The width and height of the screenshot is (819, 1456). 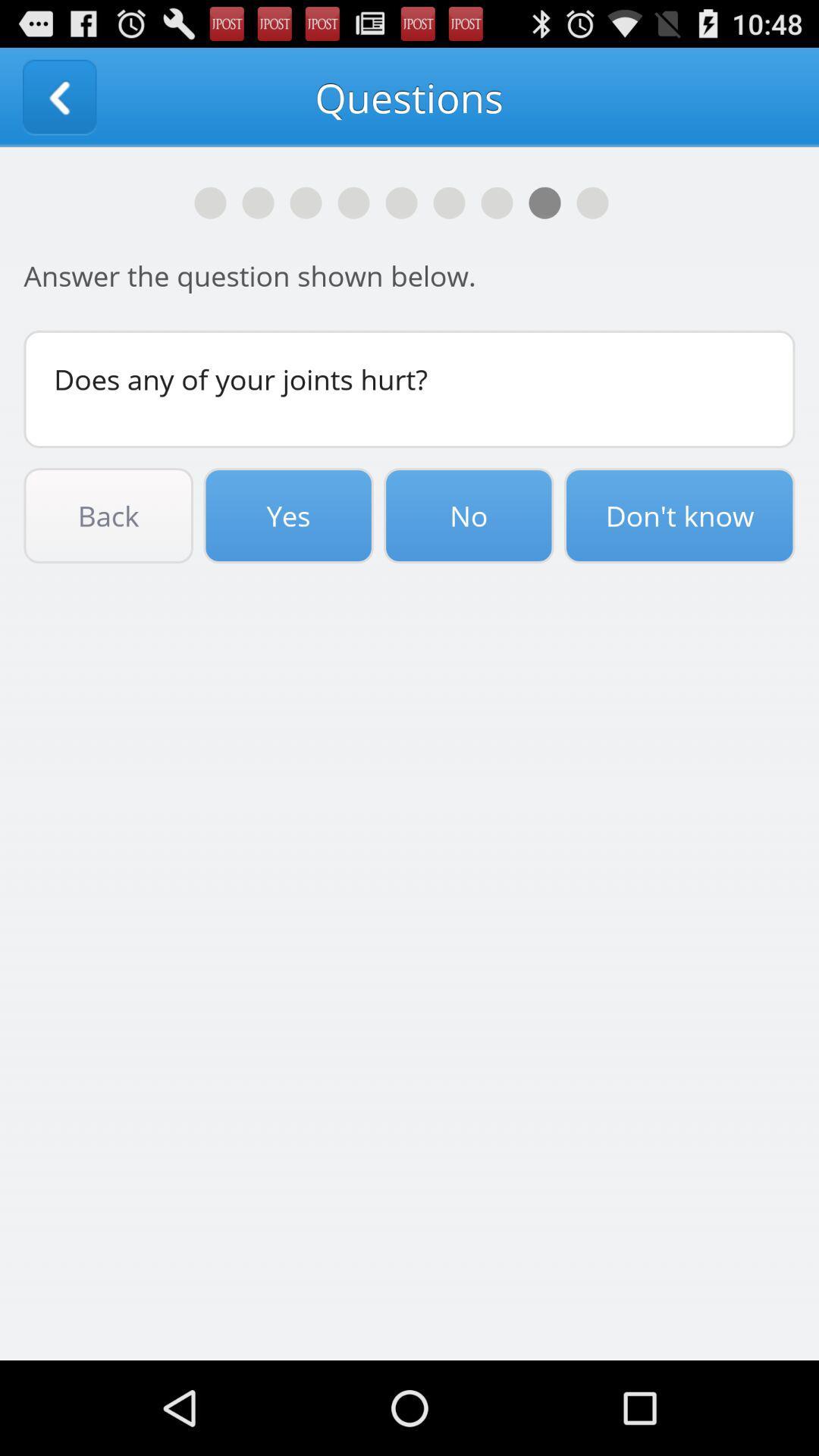 I want to click on go back, so click(x=58, y=96).